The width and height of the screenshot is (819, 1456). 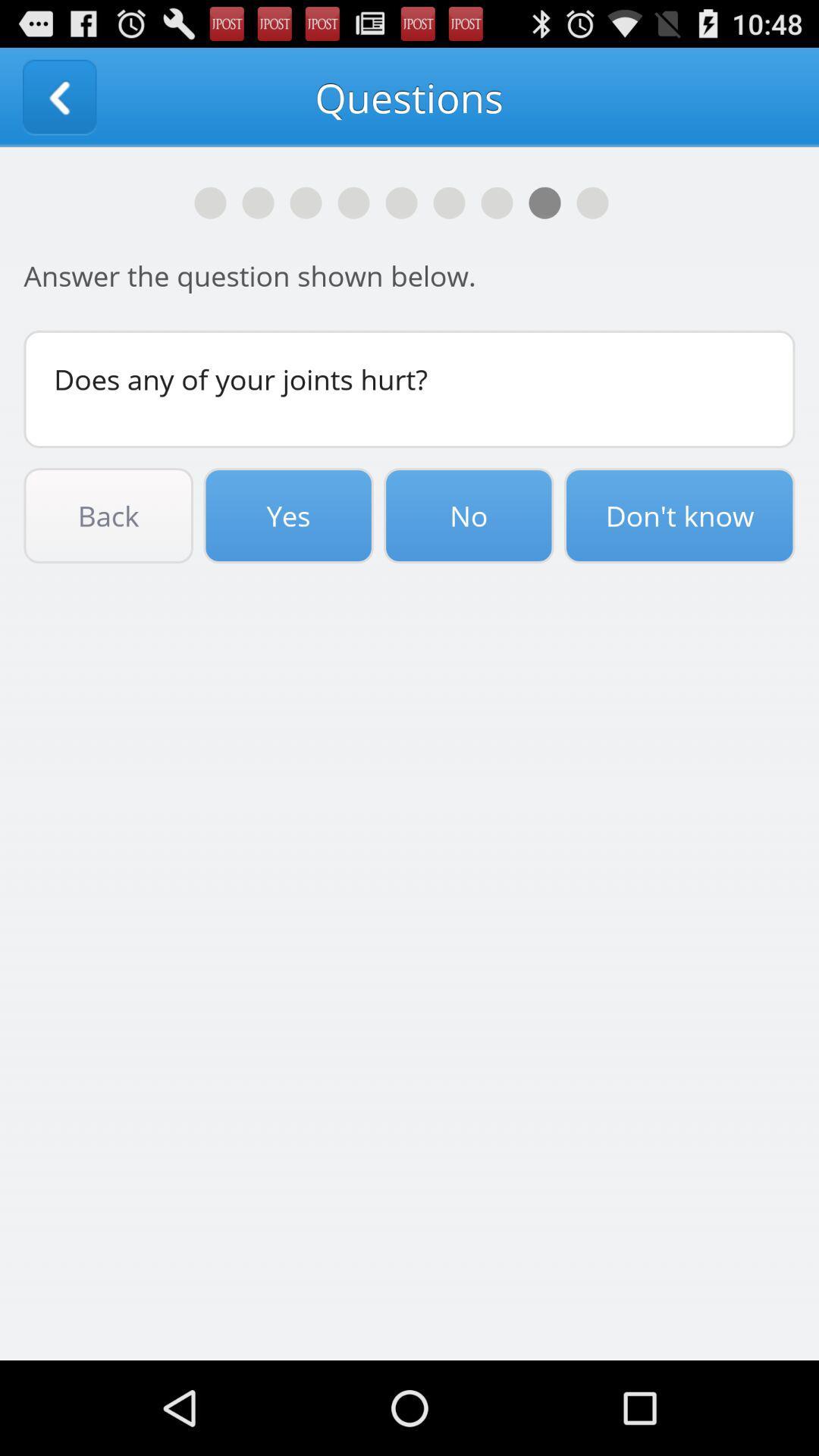 I want to click on go back, so click(x=58, y=96).